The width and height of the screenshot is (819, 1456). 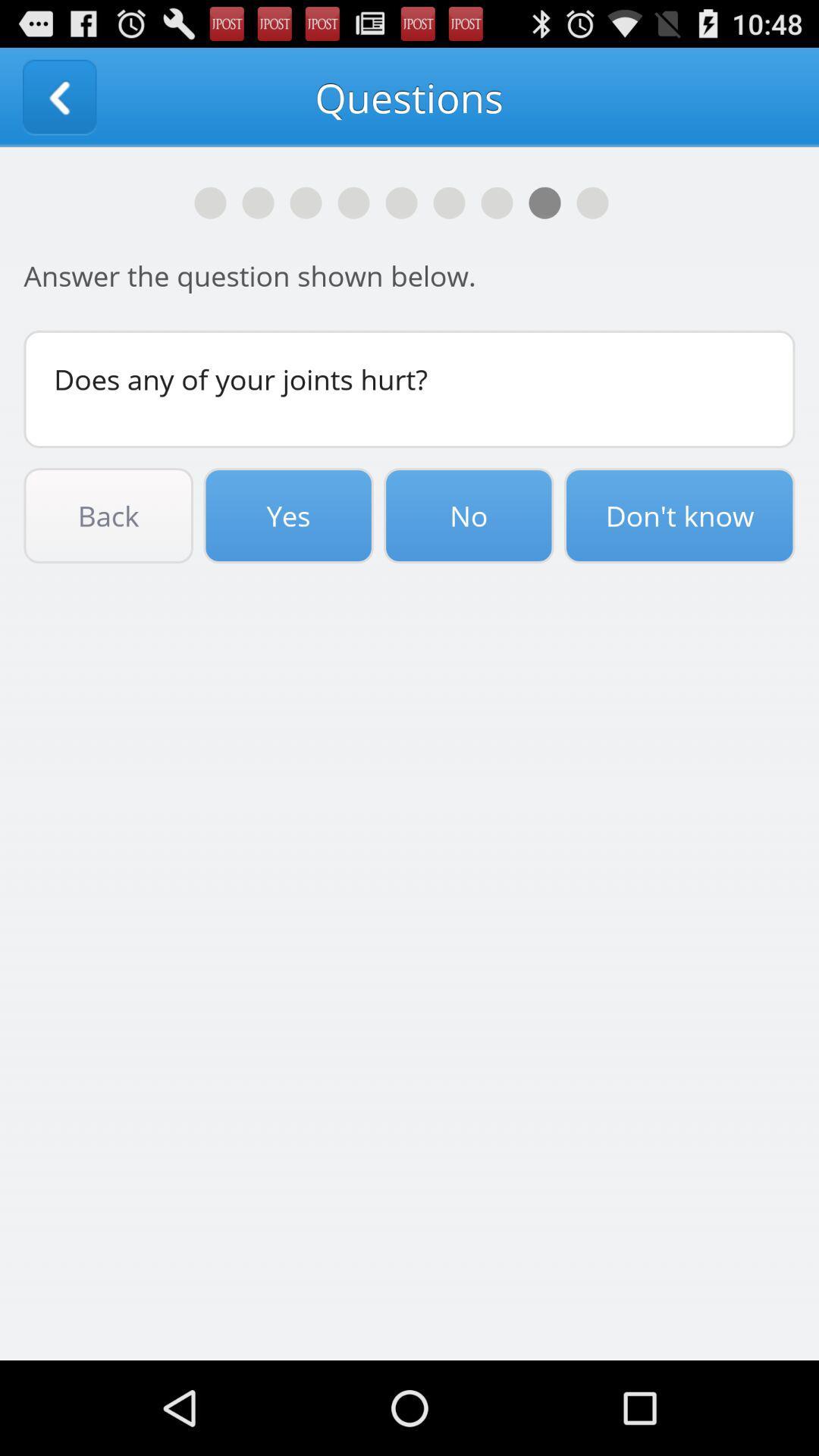 I want to click on go back, so click(x=58, y=96).